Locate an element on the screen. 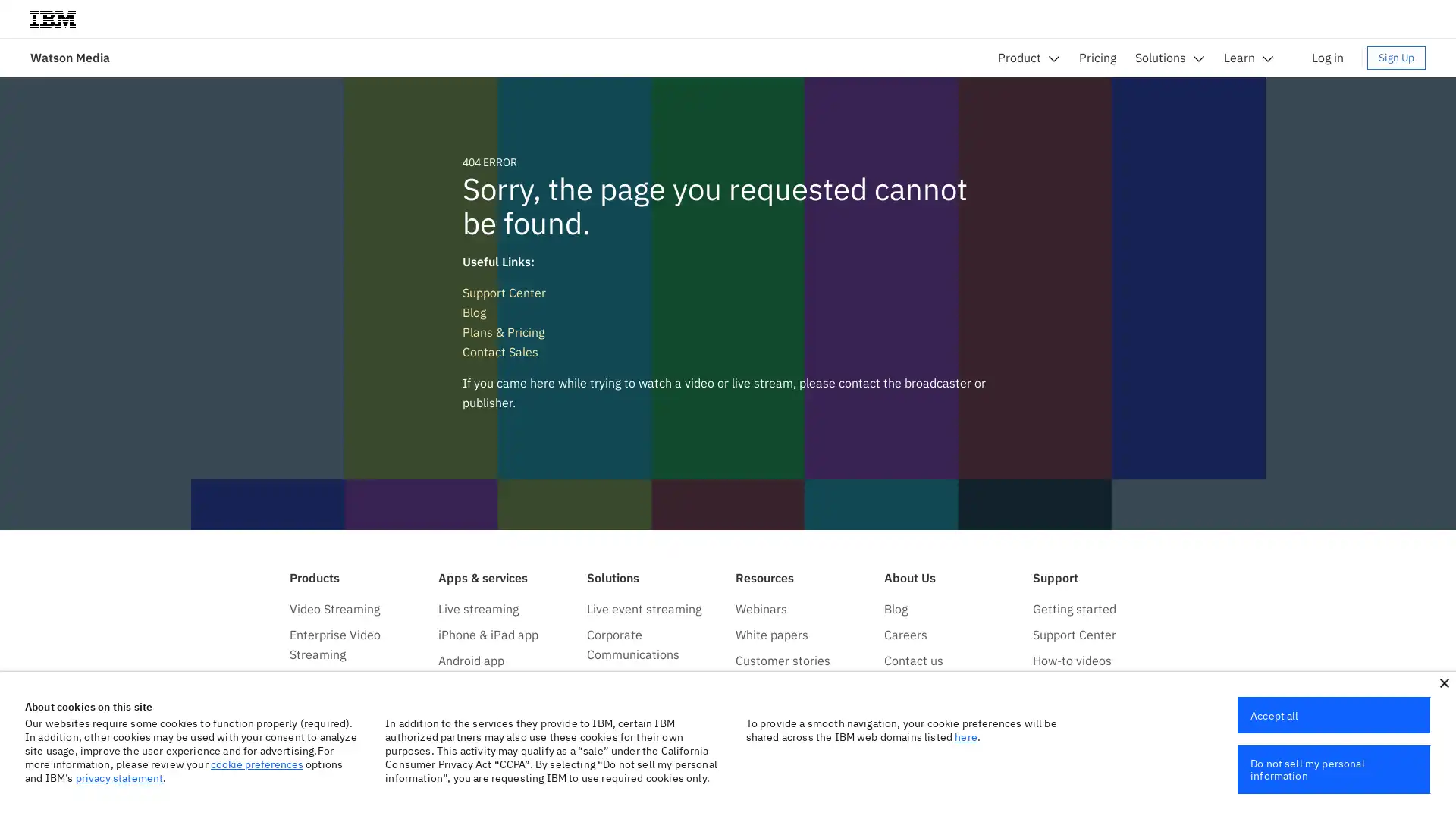 The image size is (1456, 819). Accept all is located at coordinates (1333, 714).